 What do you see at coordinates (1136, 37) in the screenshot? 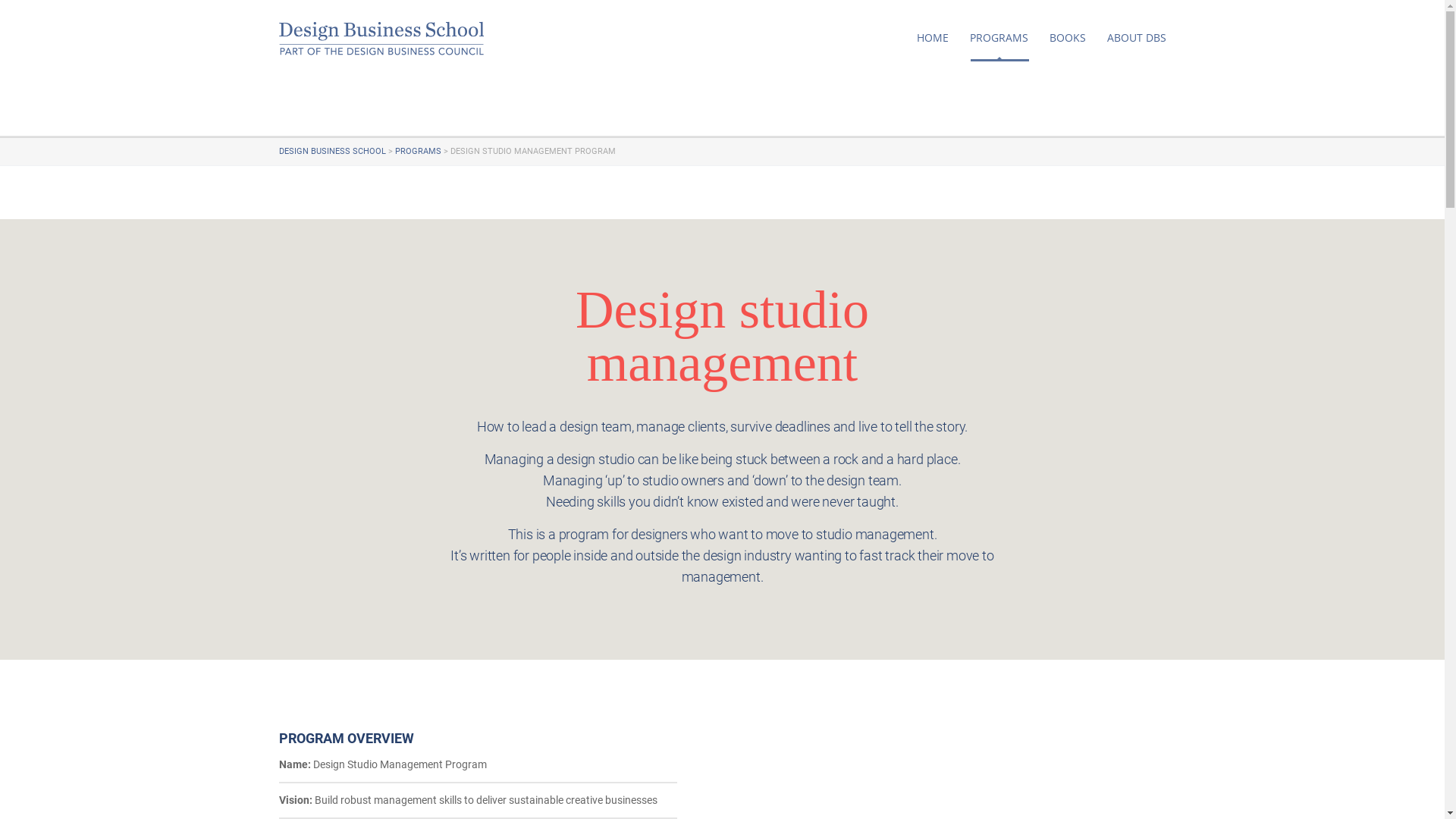
I see `'ABOUT DBS'` at bounding box center [1136, 37].